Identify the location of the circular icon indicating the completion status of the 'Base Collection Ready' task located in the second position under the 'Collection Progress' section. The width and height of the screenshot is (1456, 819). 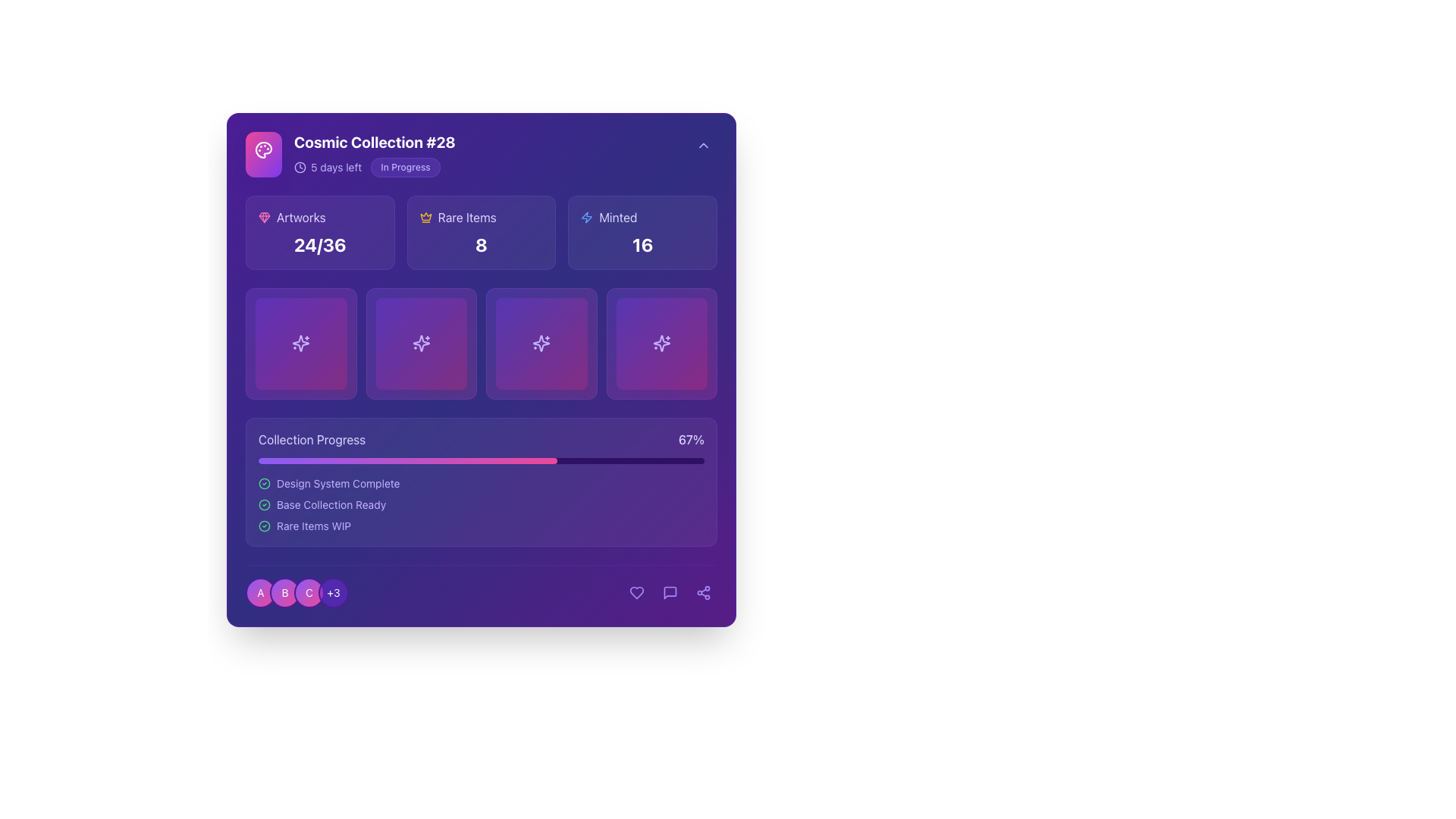
(265, 483).